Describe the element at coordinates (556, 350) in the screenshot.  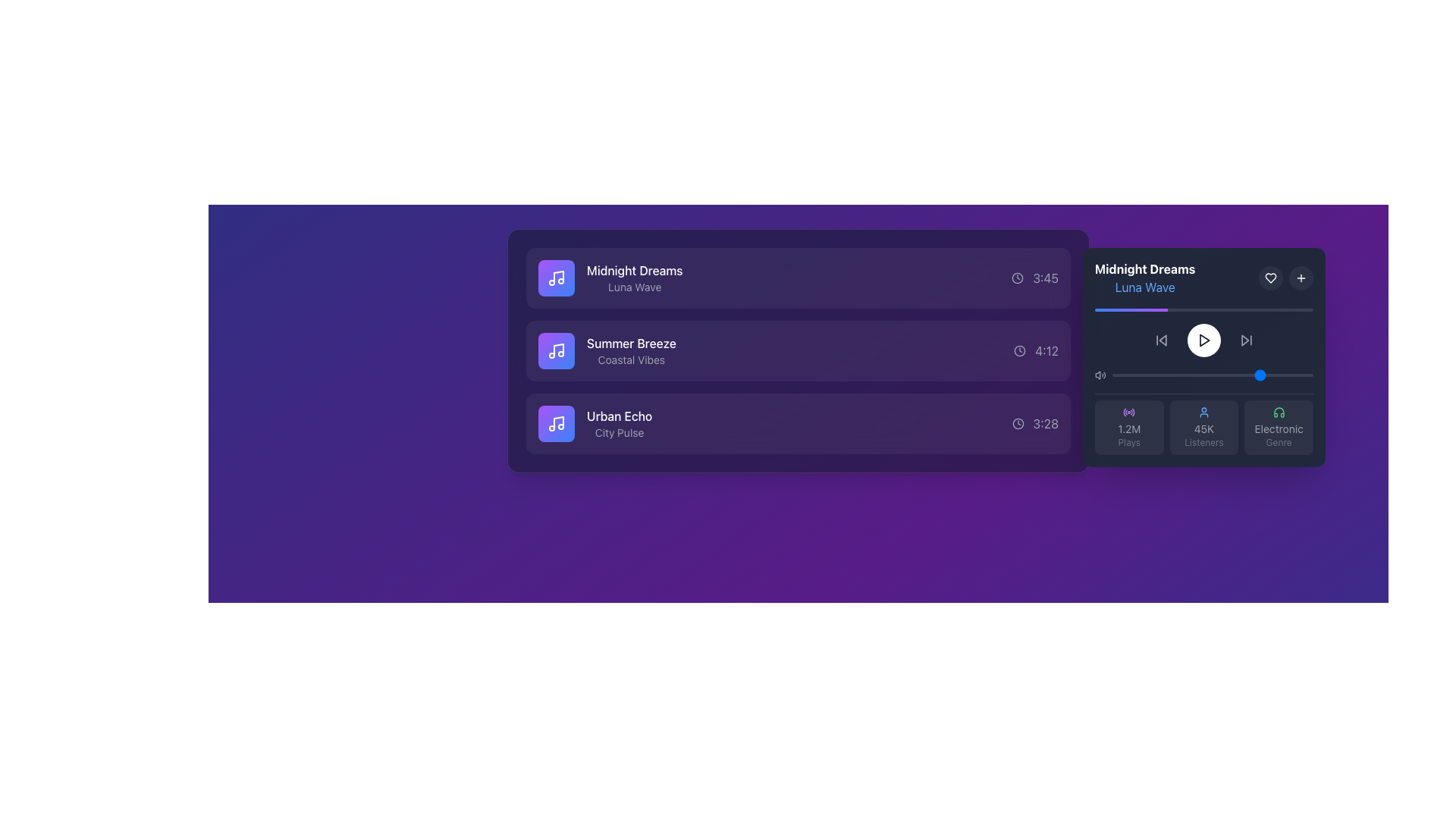
I see `the square icon with rounded corners featuring a gradient background from purple to blue and a white musical note, located to the left of the 'Summer Breeze' text` at that location.